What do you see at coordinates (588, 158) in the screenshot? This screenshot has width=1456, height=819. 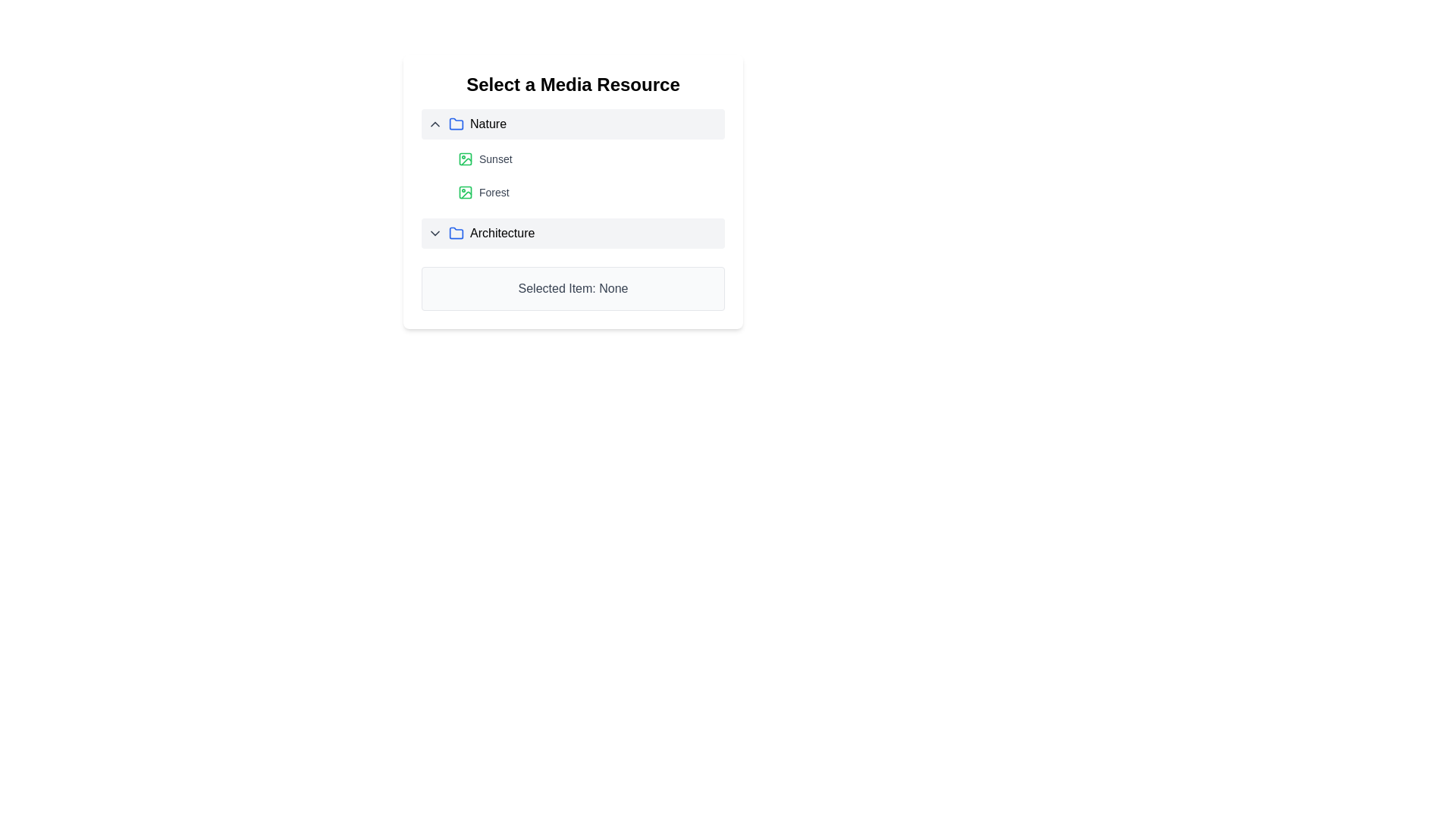 I see `the first selectable option within the 'Nature' section of the menu to navigate through the options` at bounding box center [588, 158].